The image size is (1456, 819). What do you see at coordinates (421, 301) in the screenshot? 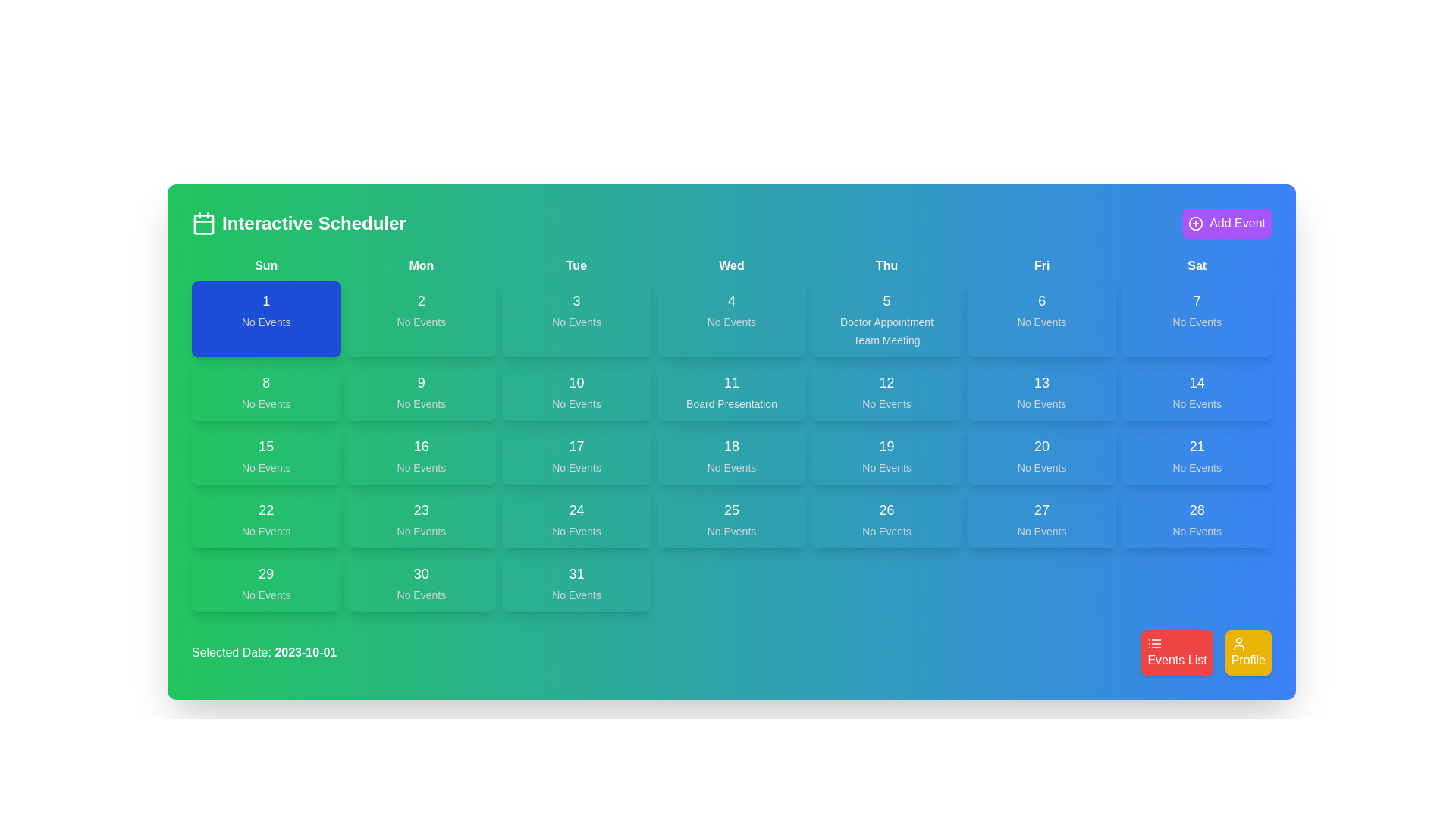
I see `the text element displaying the number '2' in a large font size with medium weight, centered on a green background, located at the top left corner of the 'No Events' box under the Monday column of the calendar interface` at bounding box center [421, 301].